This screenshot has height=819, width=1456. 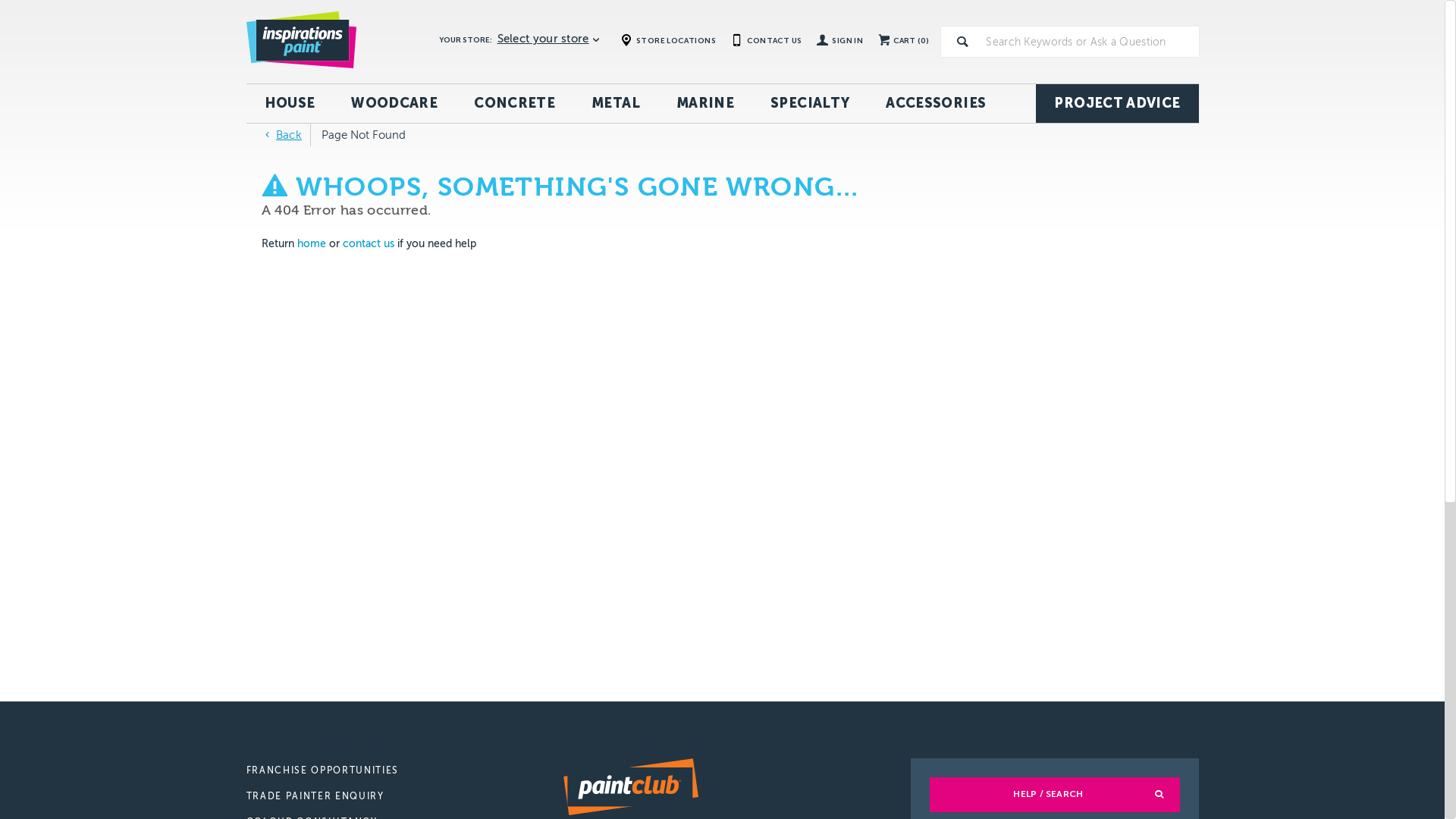 I want to click on 'CART (0)', so click(x=870, y=41).